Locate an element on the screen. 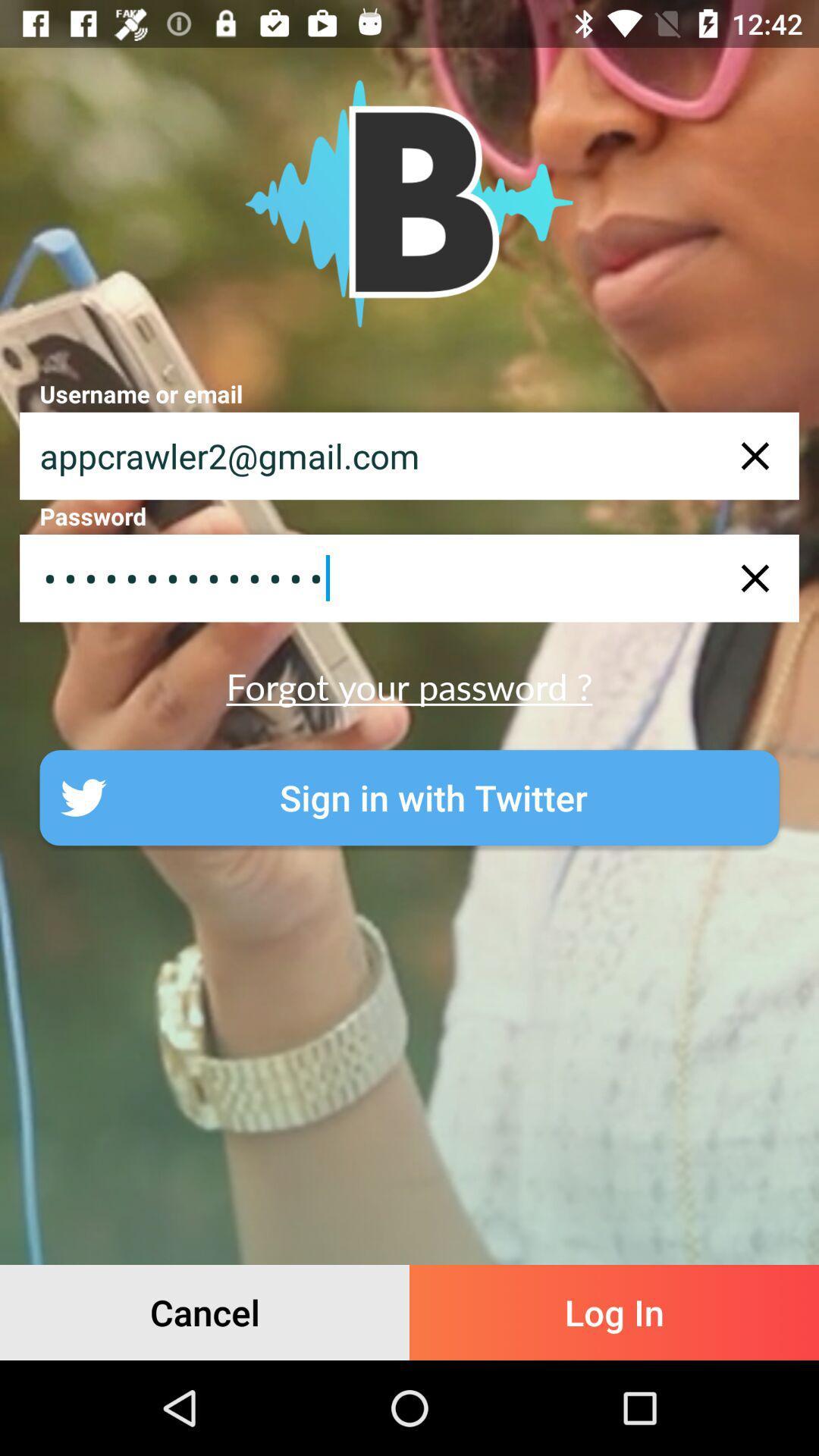 This screenshot has height=1456, width=819. the appcrawler3116 is located at coordinates (409, 577).